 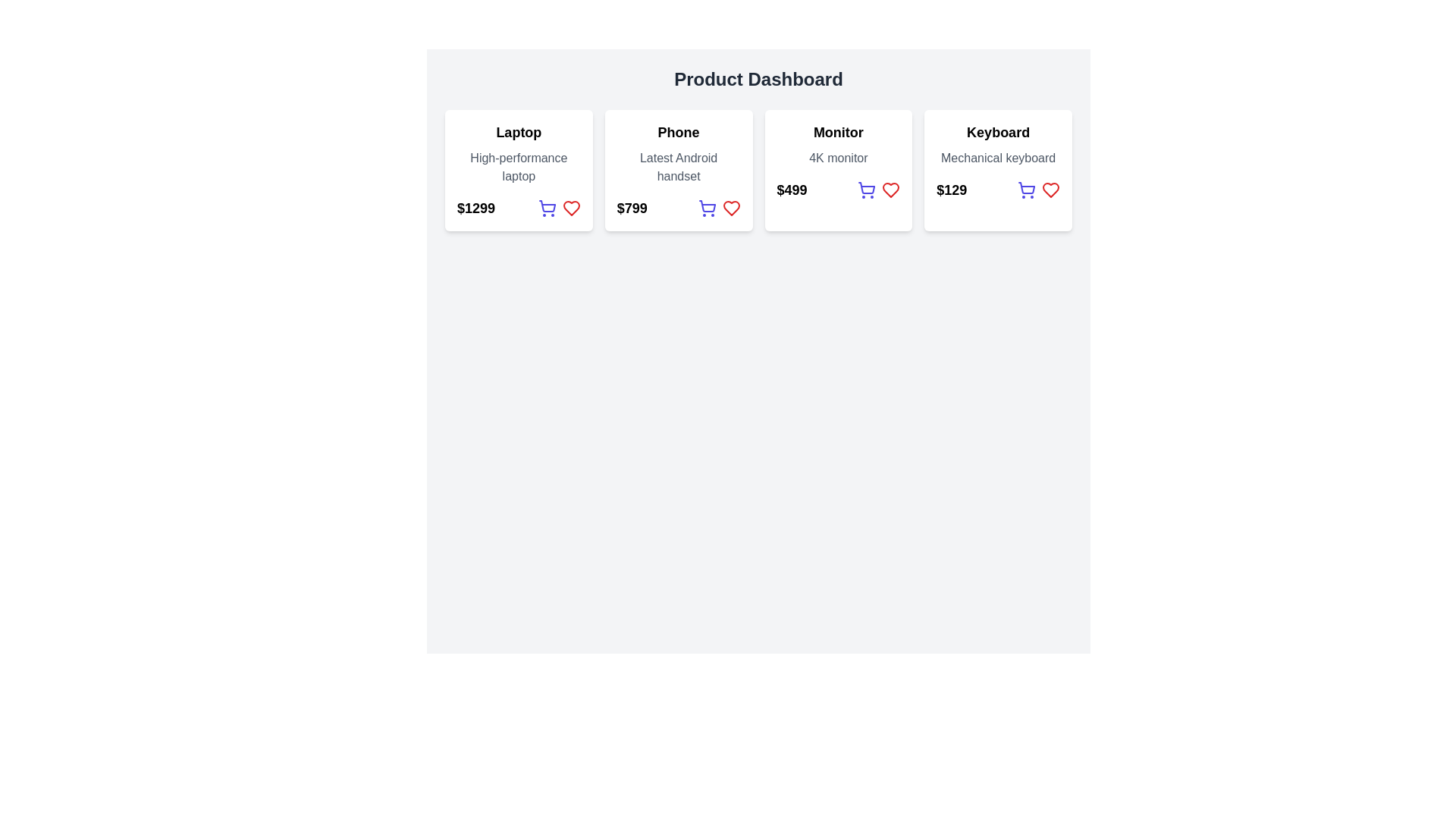 I want to click on the text element displaying '4K monitor' located below the title 'Monitor' within a white card, which is the third card from the left, so click(x=837, y=158).